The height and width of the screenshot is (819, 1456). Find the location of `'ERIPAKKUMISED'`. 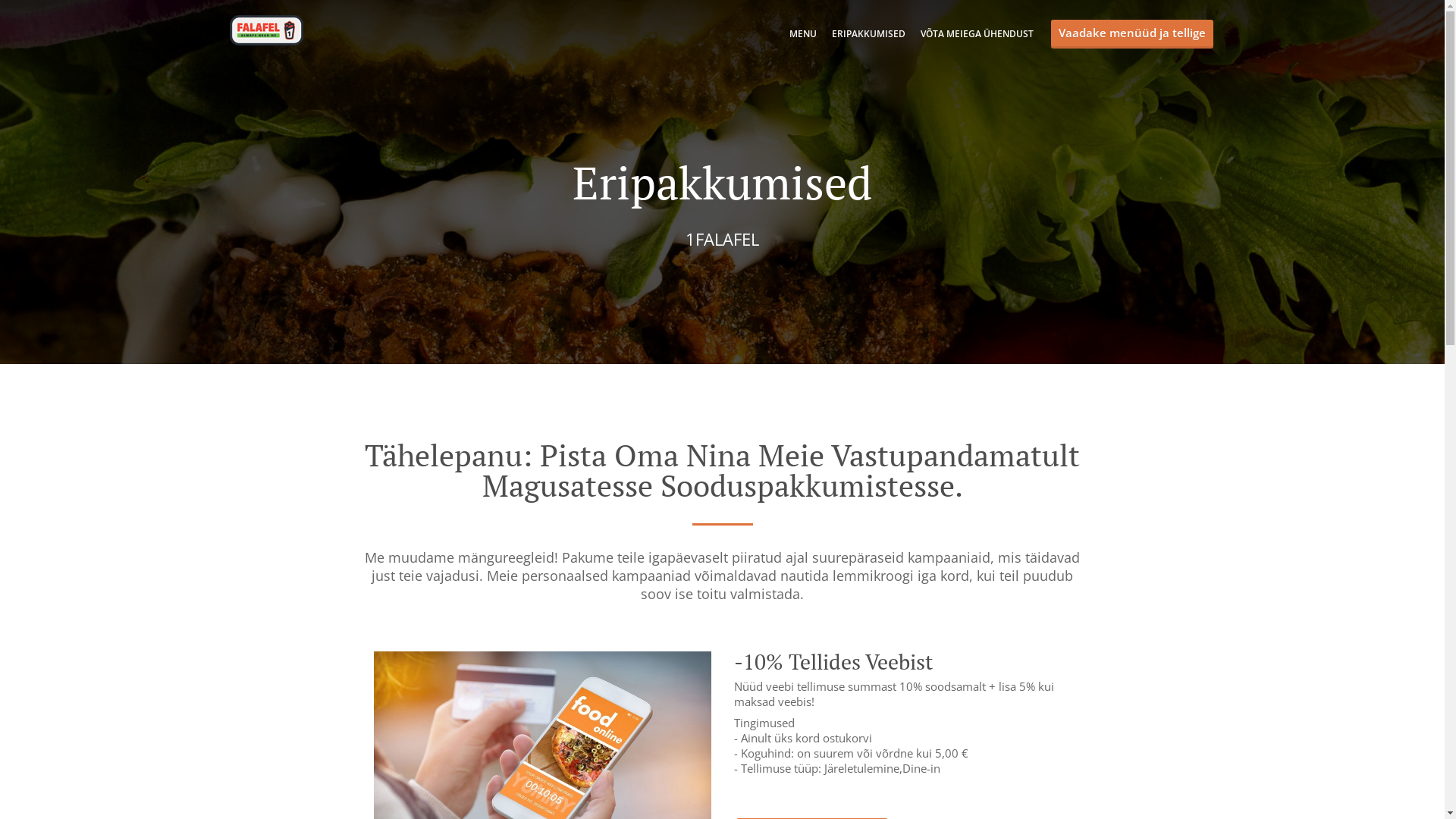

'ERIPAKKUMISED' is located at coordinates (830, 33).